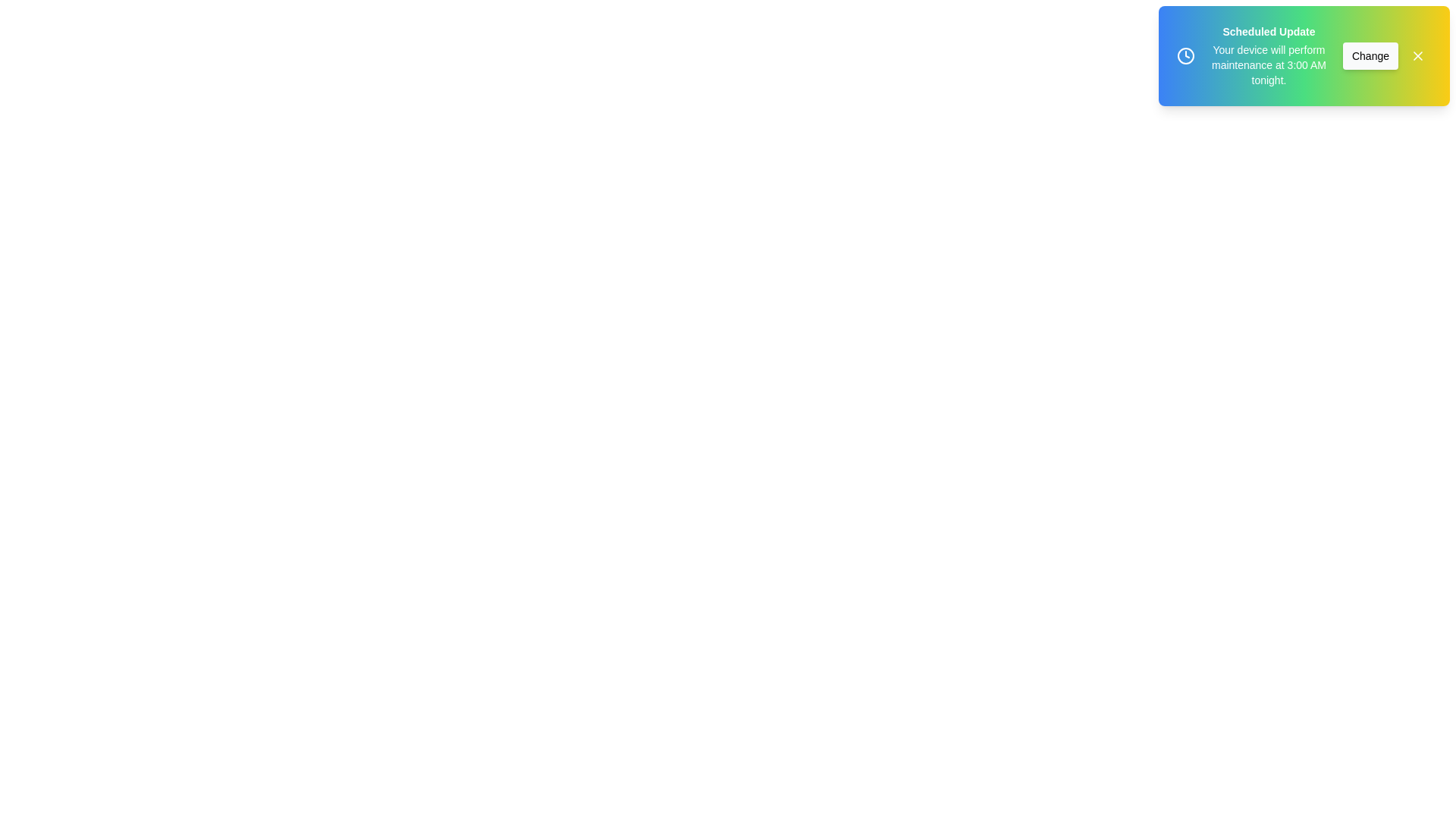  What do you see at coordinates (1370, 55) in the screenshot?
I see `the 'Change' button to trigger the settings action` at bounding box center [1370, 55].